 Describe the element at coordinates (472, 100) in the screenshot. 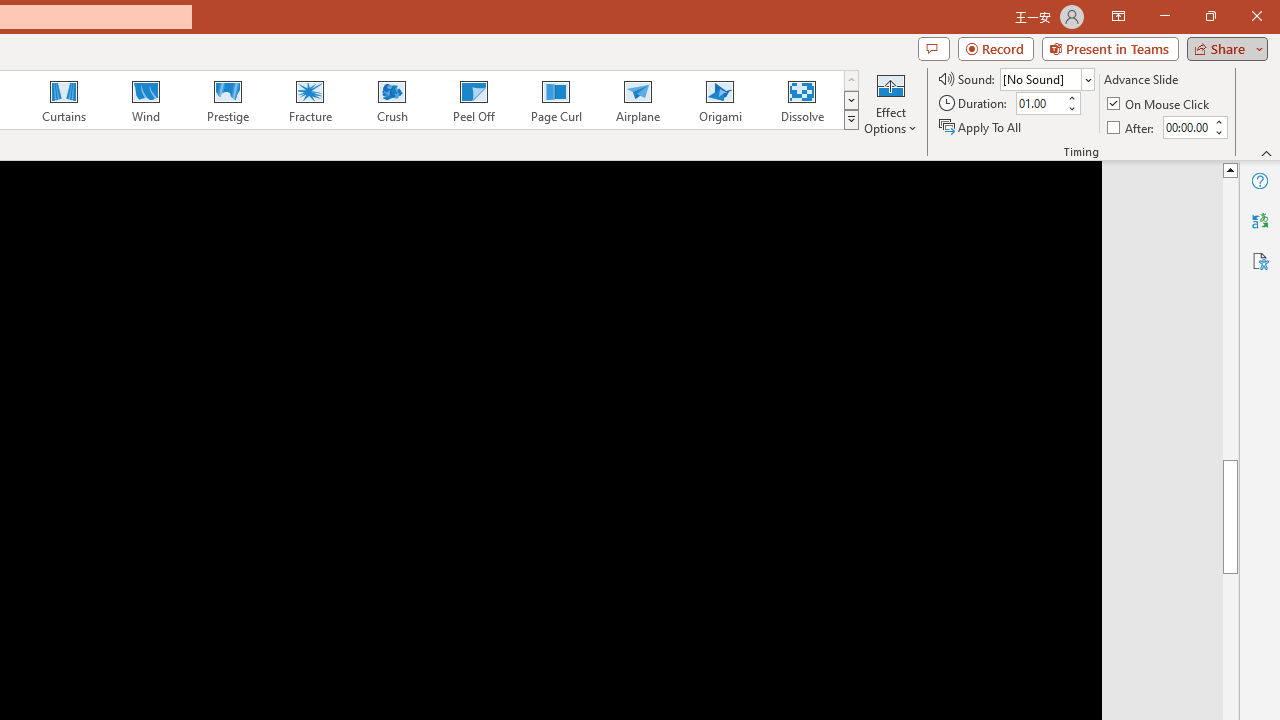

I see `'Peel Off'` at that location.